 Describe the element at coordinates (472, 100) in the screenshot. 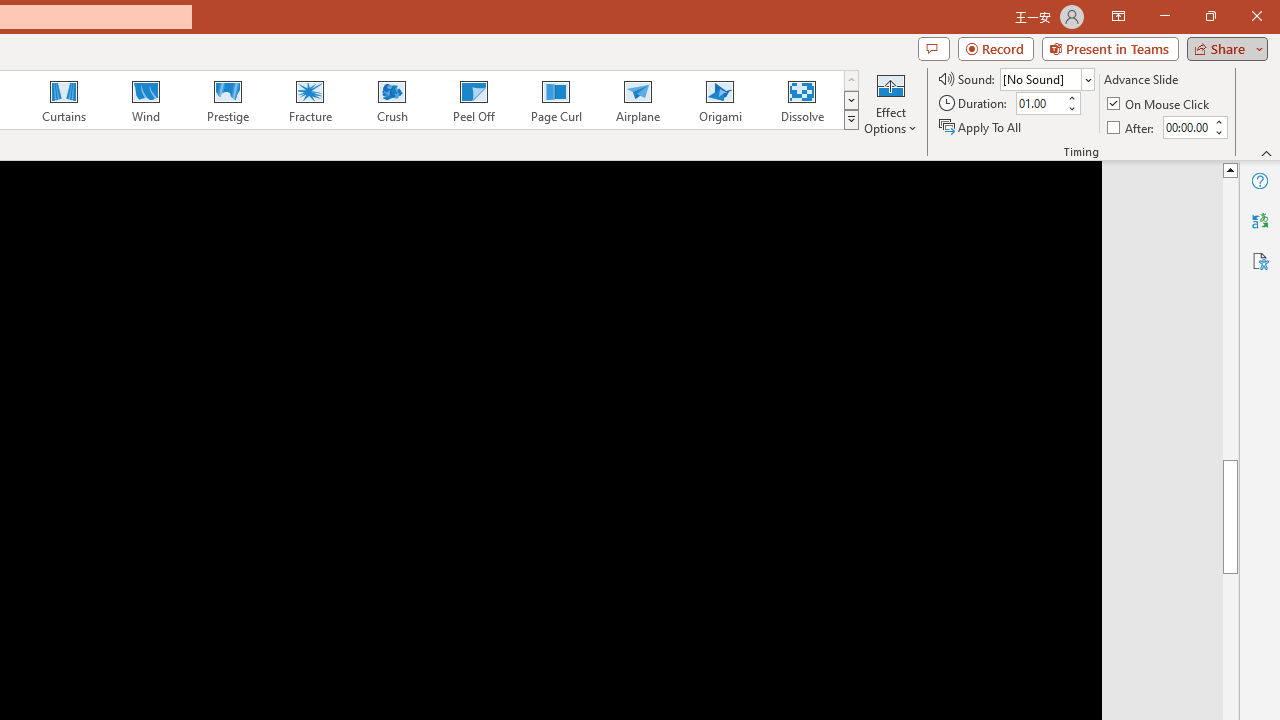

I see `'Peel Off'` at that location.